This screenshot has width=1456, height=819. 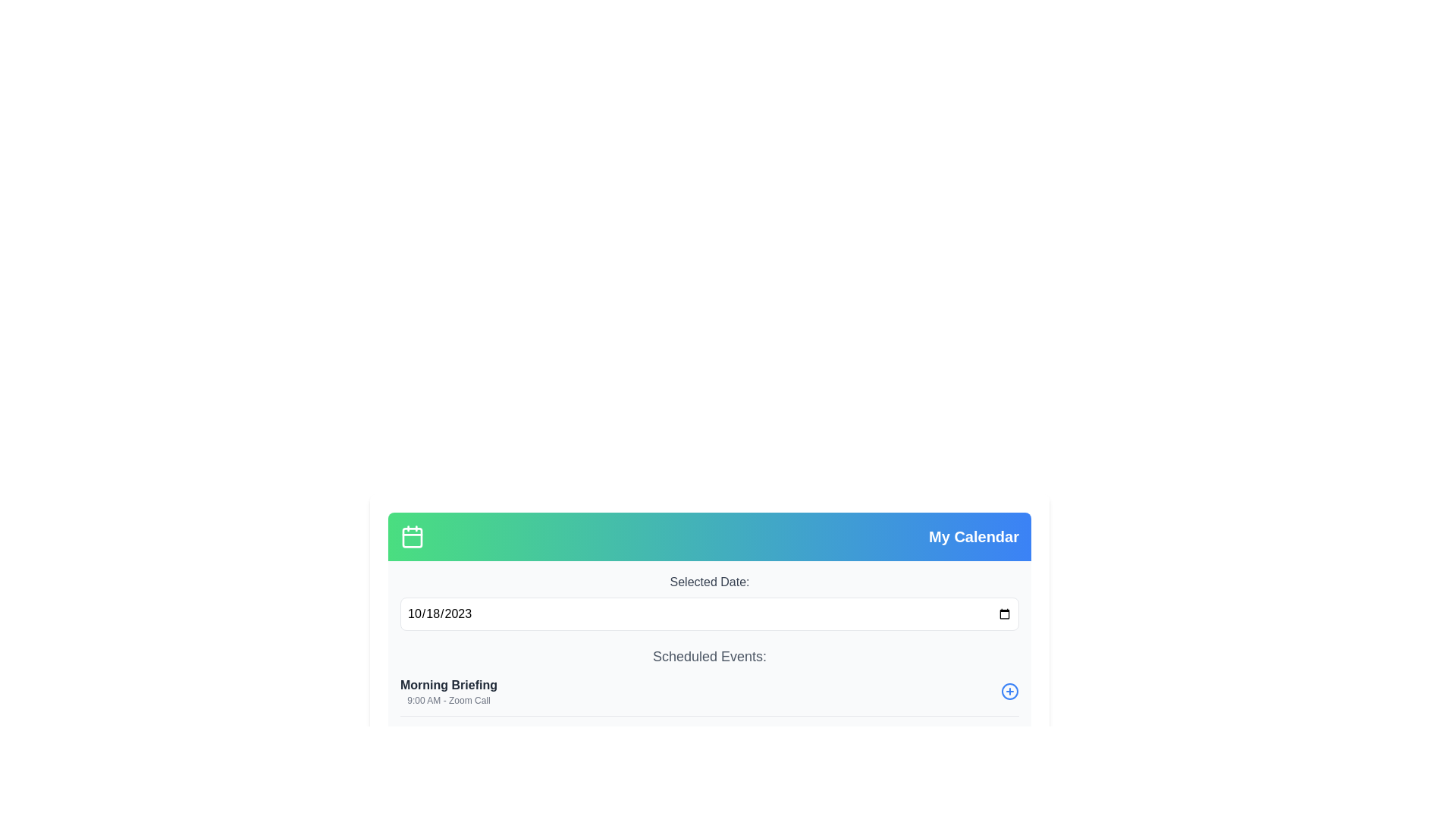 I want to click on the text label reading 'My Calendar', which is styled with a blue background and white text, located at the right-most end of the gradient header bar, so click(x=974, y=536).